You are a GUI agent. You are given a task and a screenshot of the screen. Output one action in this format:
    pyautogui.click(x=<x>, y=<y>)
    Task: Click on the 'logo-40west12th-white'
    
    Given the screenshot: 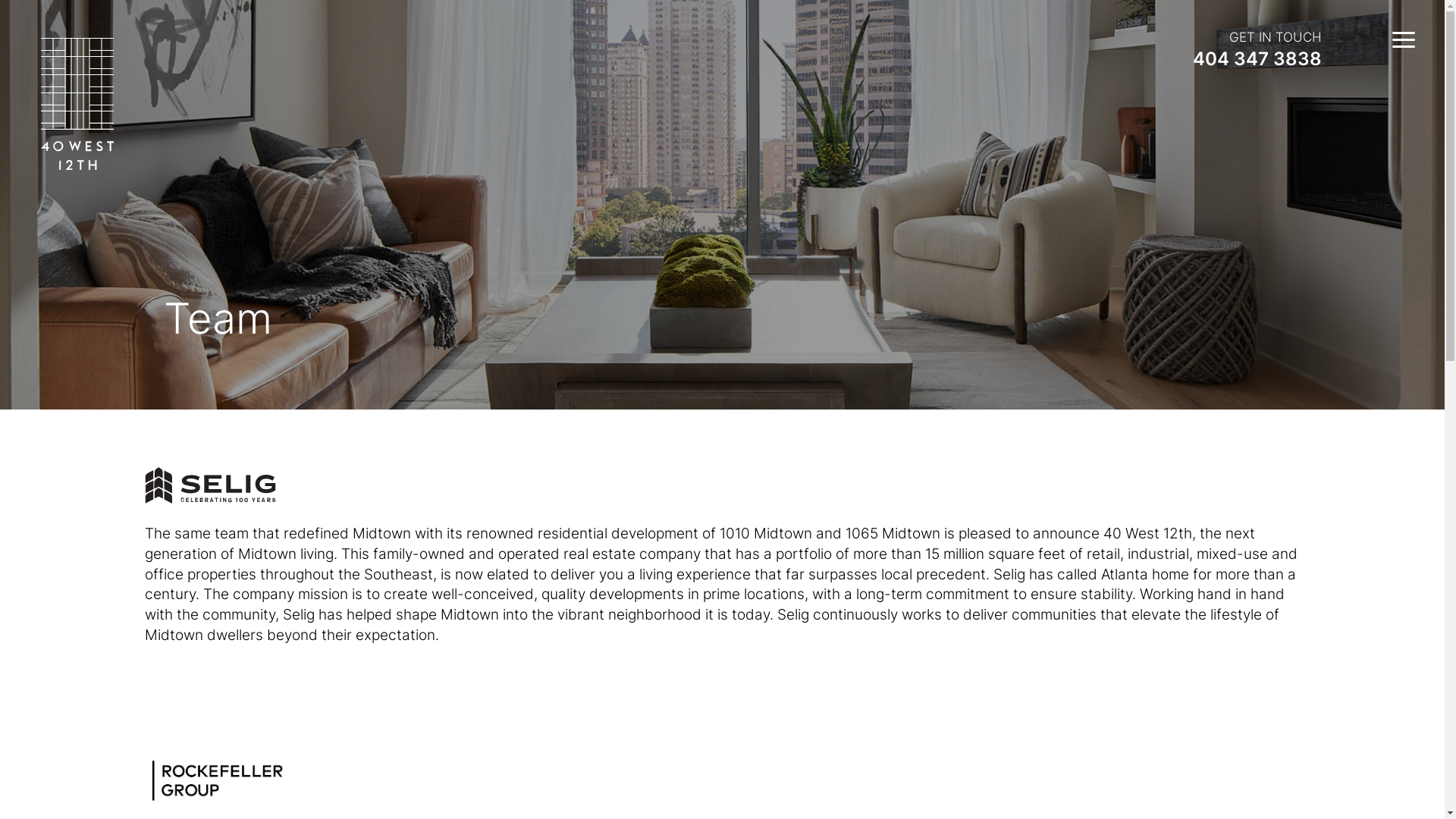 What is the action you would take?
    pyautogui.click(x=76, y=103)
    